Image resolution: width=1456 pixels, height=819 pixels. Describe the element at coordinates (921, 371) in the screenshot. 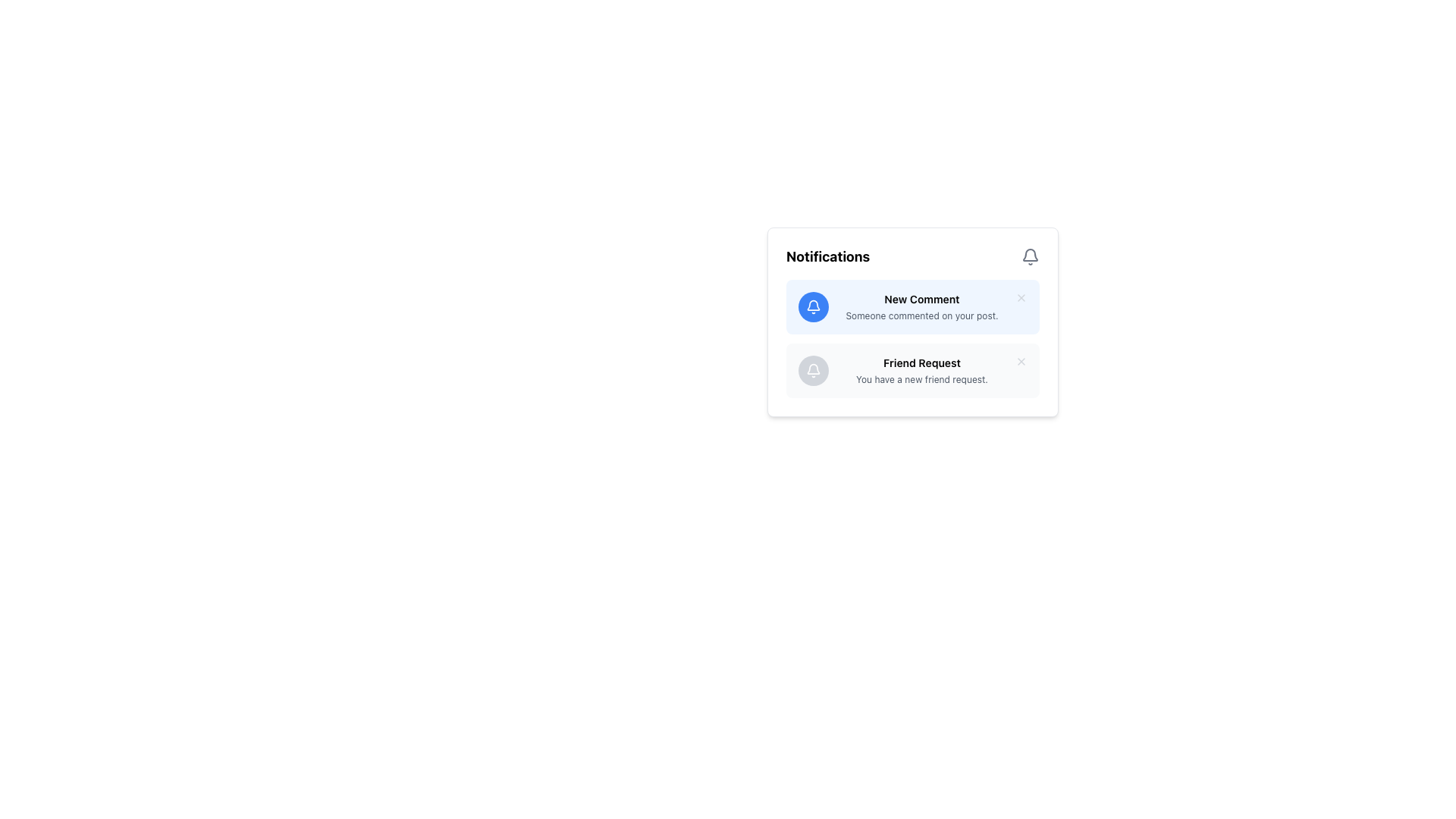

I see `the contextual controls of the second notification item which informs the user about a new friend request, located below the 'New Comment' notification` at that location.